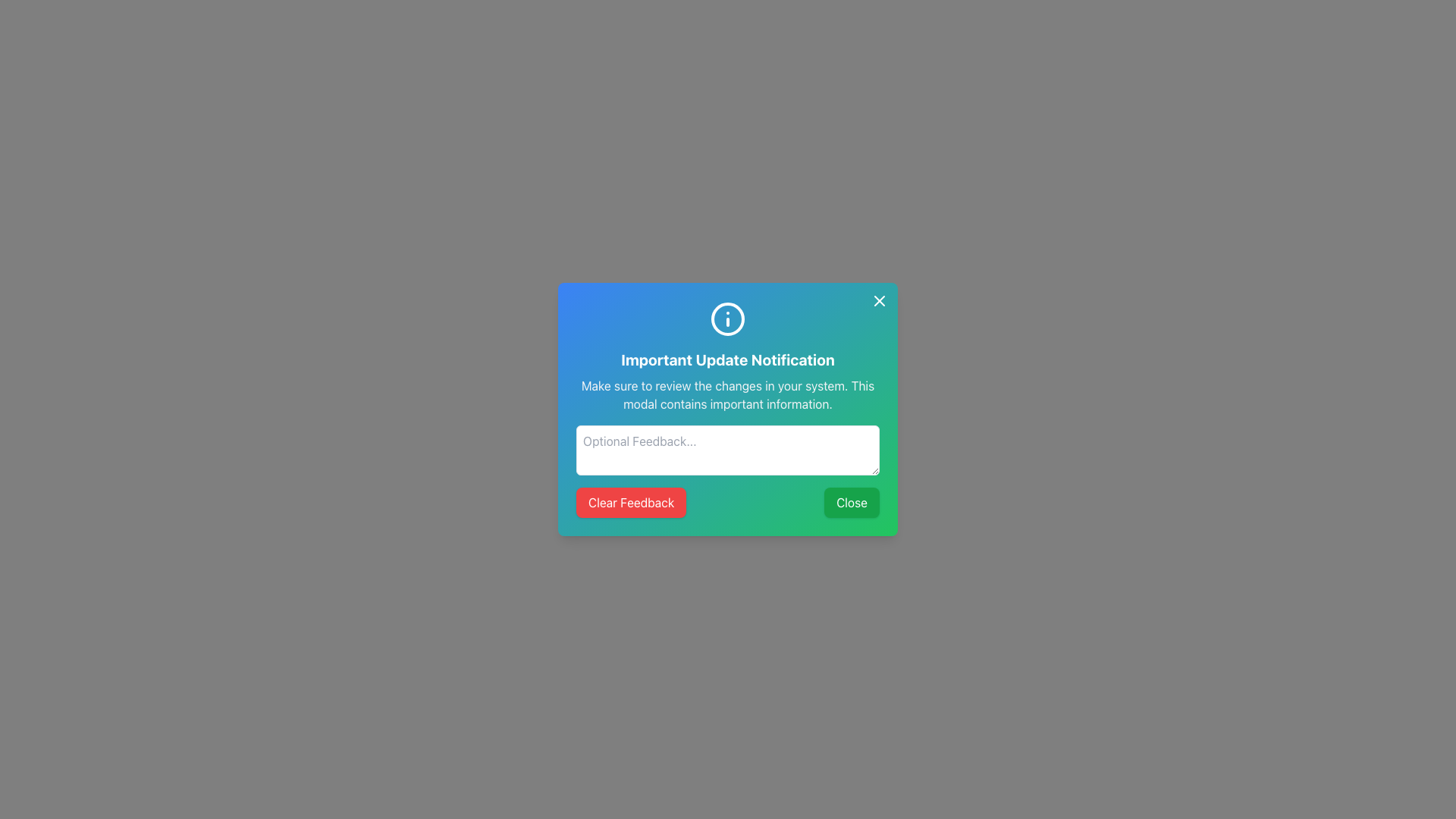  Describe the element at coordinates (728, 318) in the screenshot. I see `the SVG Circle Component, which is a circular shape with a radius of 10 units, centered in the dialog box and above the heading text` at that location.